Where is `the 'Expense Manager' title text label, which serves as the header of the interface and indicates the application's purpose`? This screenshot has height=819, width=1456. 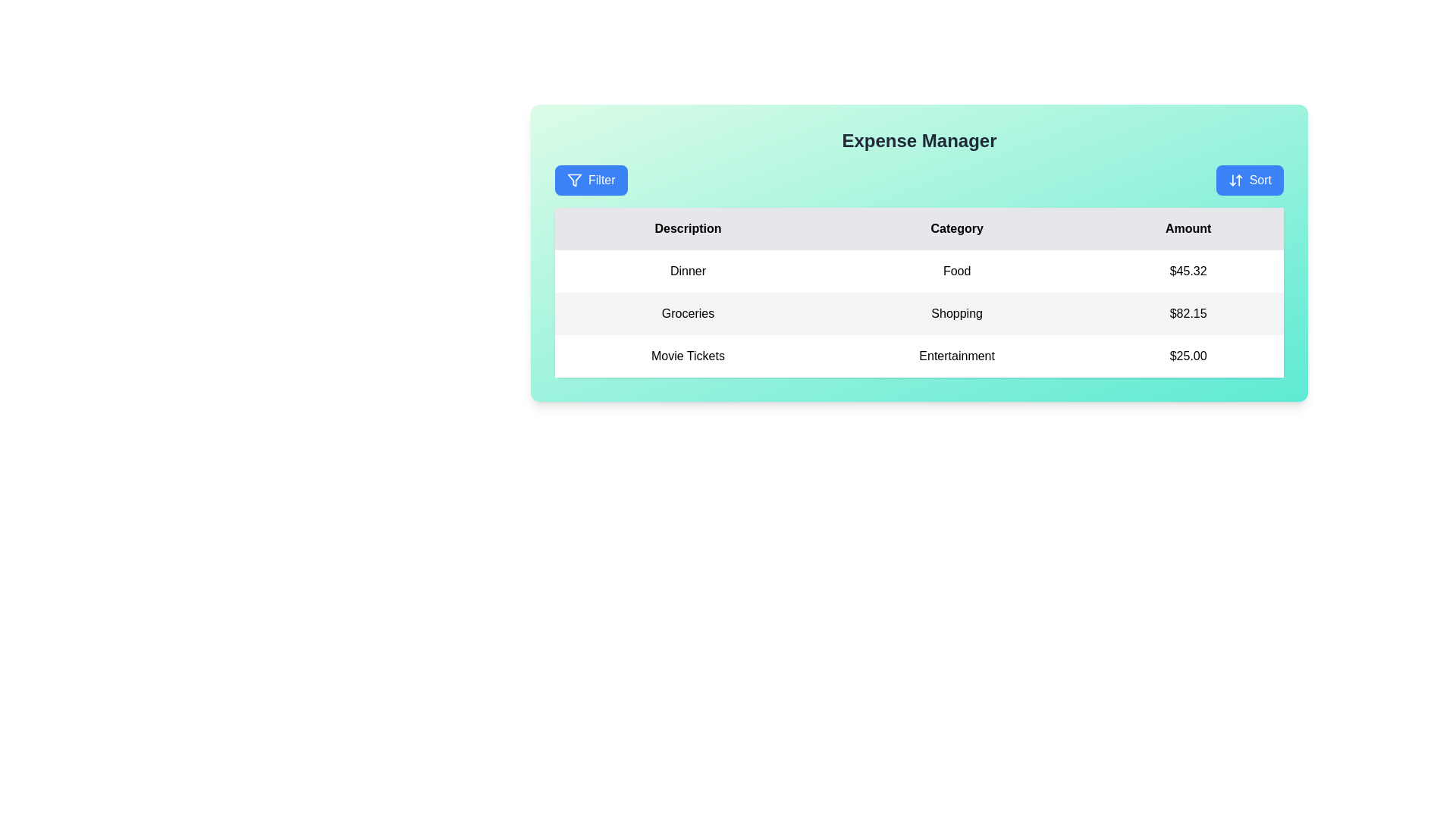
the 'Expense Manager' title text label, which serves as the header of the interface and indicates the application's purpose is located at coordinates (918, 140).